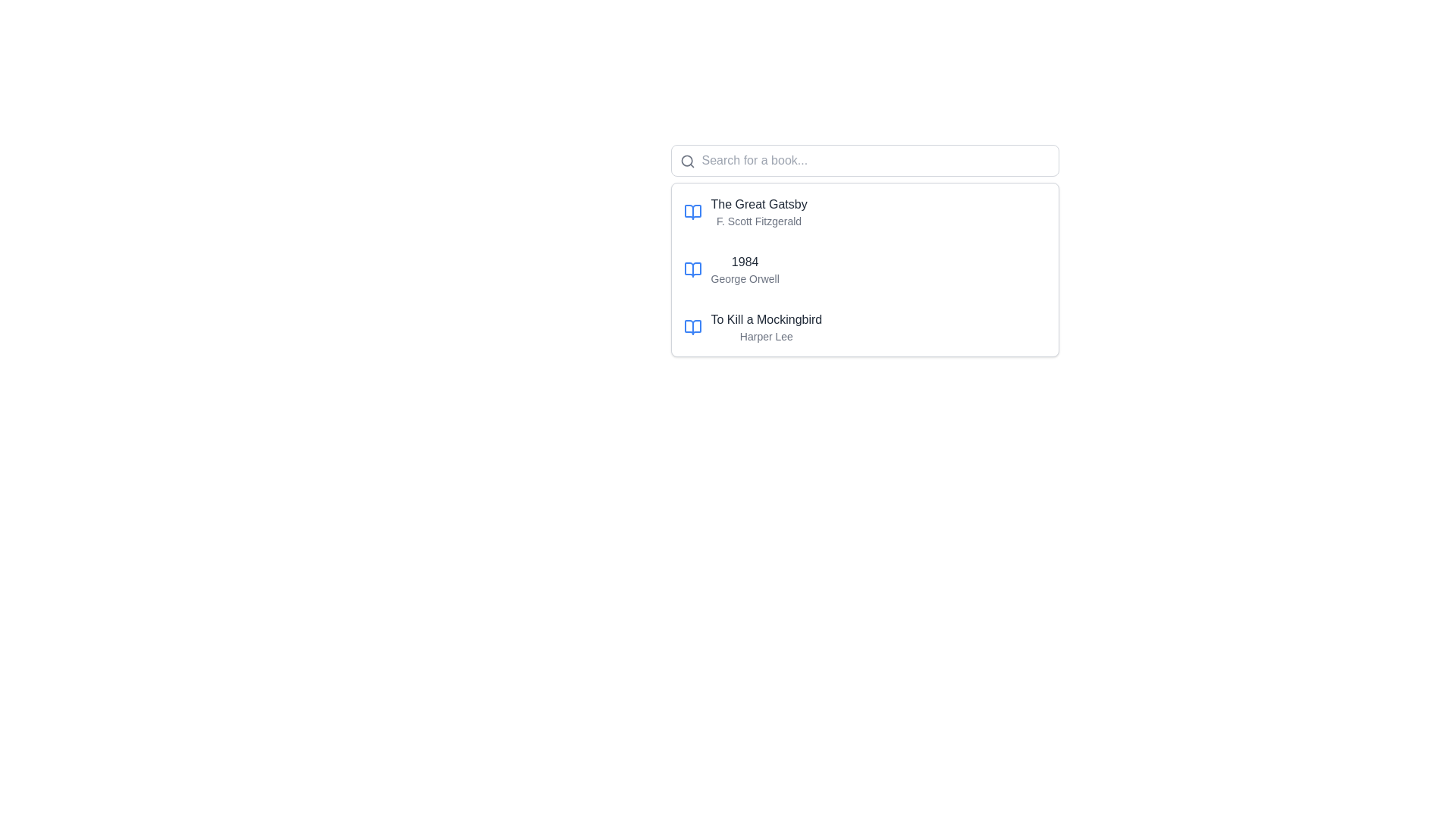 Image resolution: width=1456 pixels, height=819 pixels. Describe the element at coordinates (692, 327) in the screenshot. I see `the book icon for 'To Kill a Mockingbird' by Harper Lee, which is positioned to the left of the title in the third entry of the book list` at that location.